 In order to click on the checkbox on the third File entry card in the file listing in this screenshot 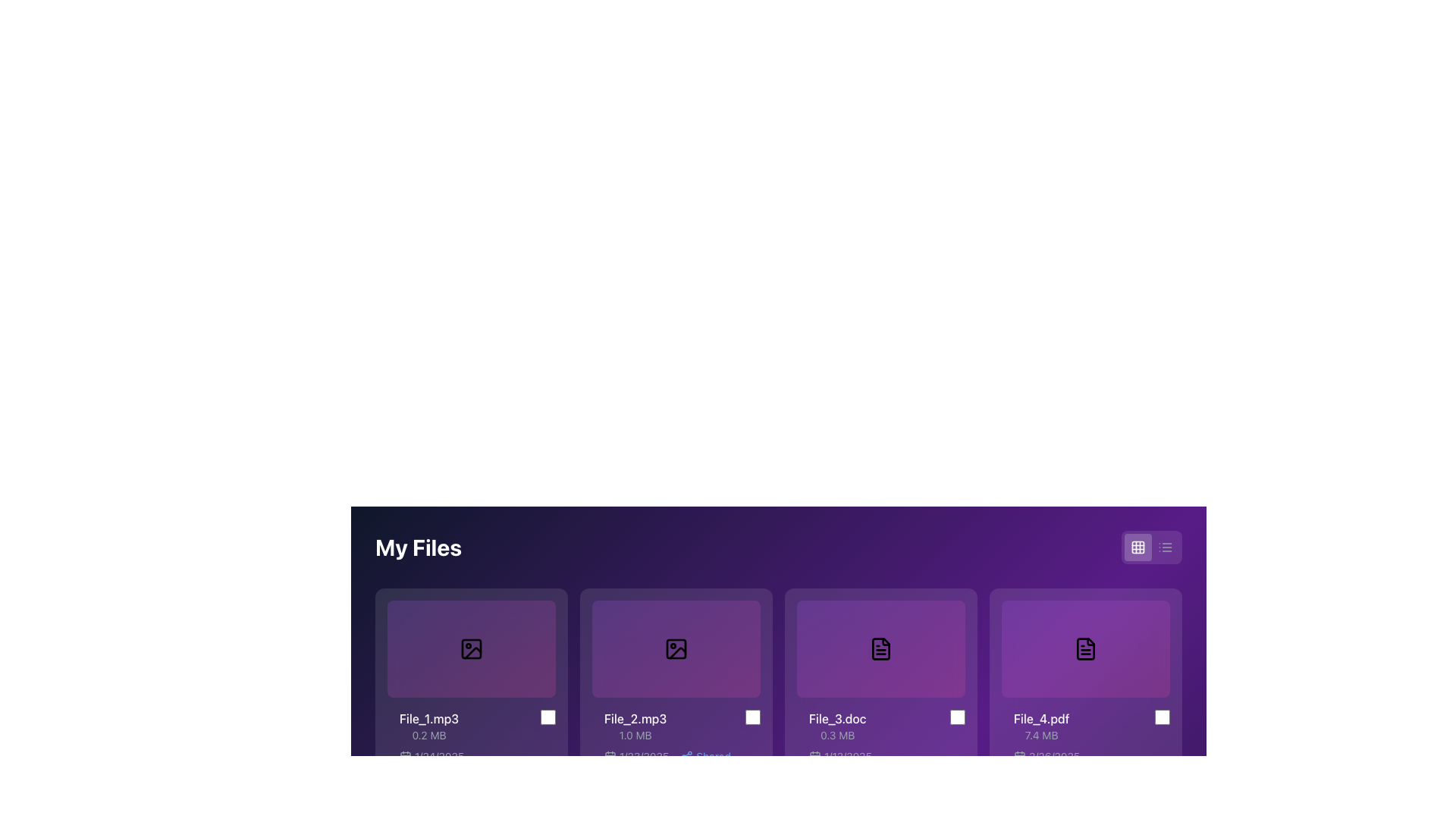, I will do `click(887, 736)`.